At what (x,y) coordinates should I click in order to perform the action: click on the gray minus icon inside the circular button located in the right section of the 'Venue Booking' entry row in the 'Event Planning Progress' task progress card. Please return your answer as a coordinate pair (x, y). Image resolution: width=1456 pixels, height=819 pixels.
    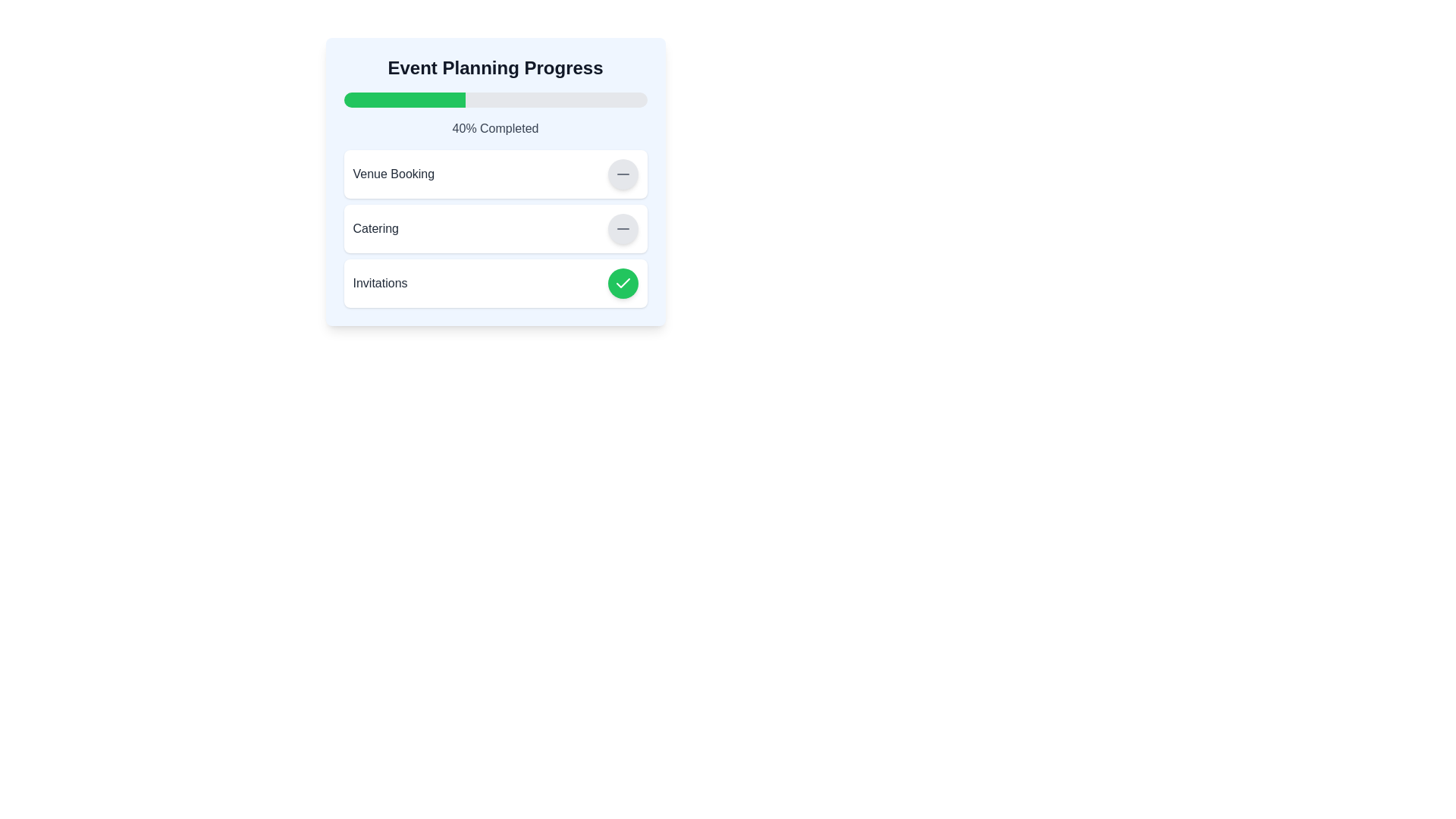
    Looking at the image, I should click on (623, 228).